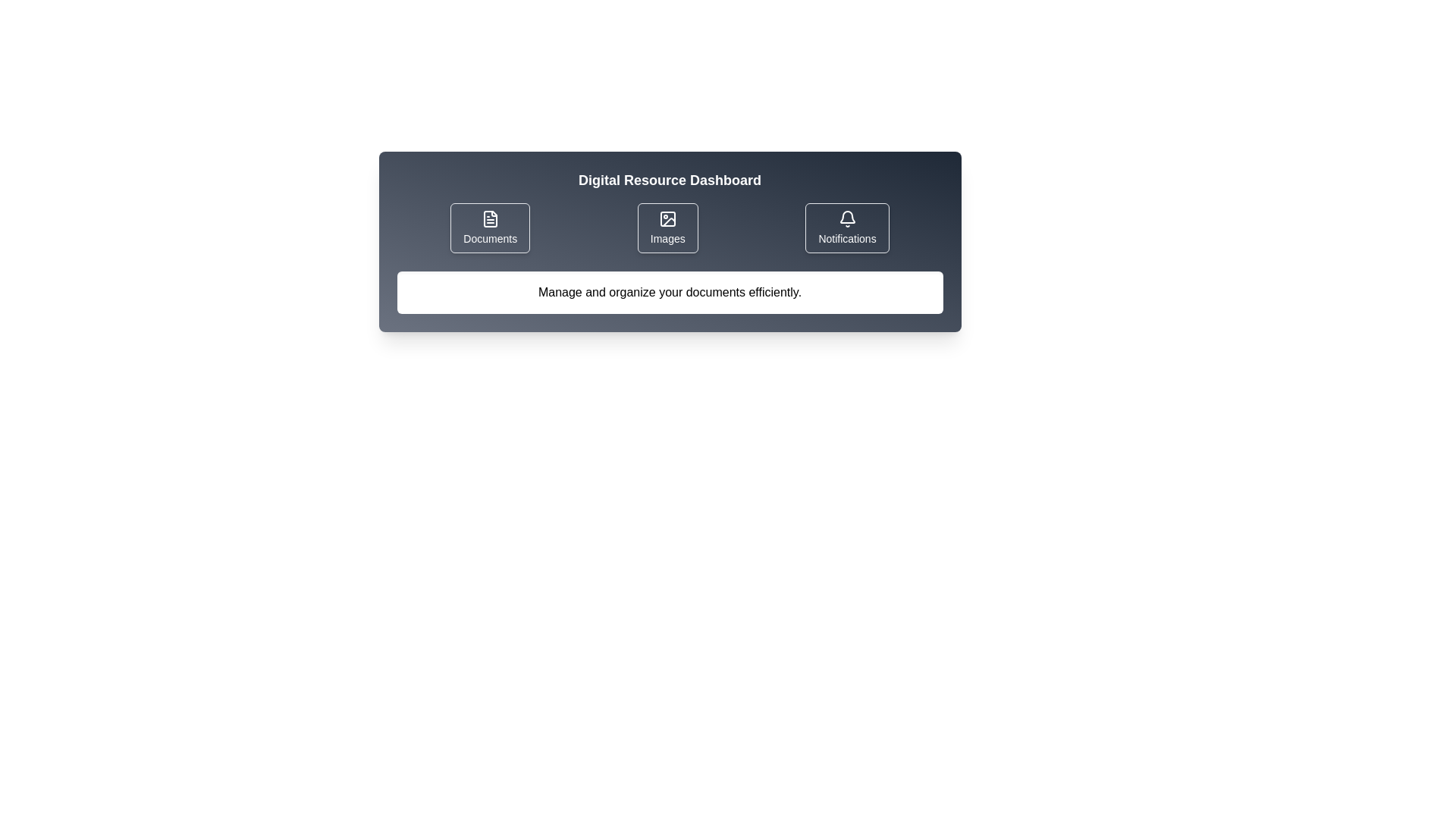 Image resolution: width=1456 pixels, height=819 pixels. Describe the element at coordinates (490, 227) in the screenshot. I see `the Documents tab by clicking on its corresponding button` at that location.